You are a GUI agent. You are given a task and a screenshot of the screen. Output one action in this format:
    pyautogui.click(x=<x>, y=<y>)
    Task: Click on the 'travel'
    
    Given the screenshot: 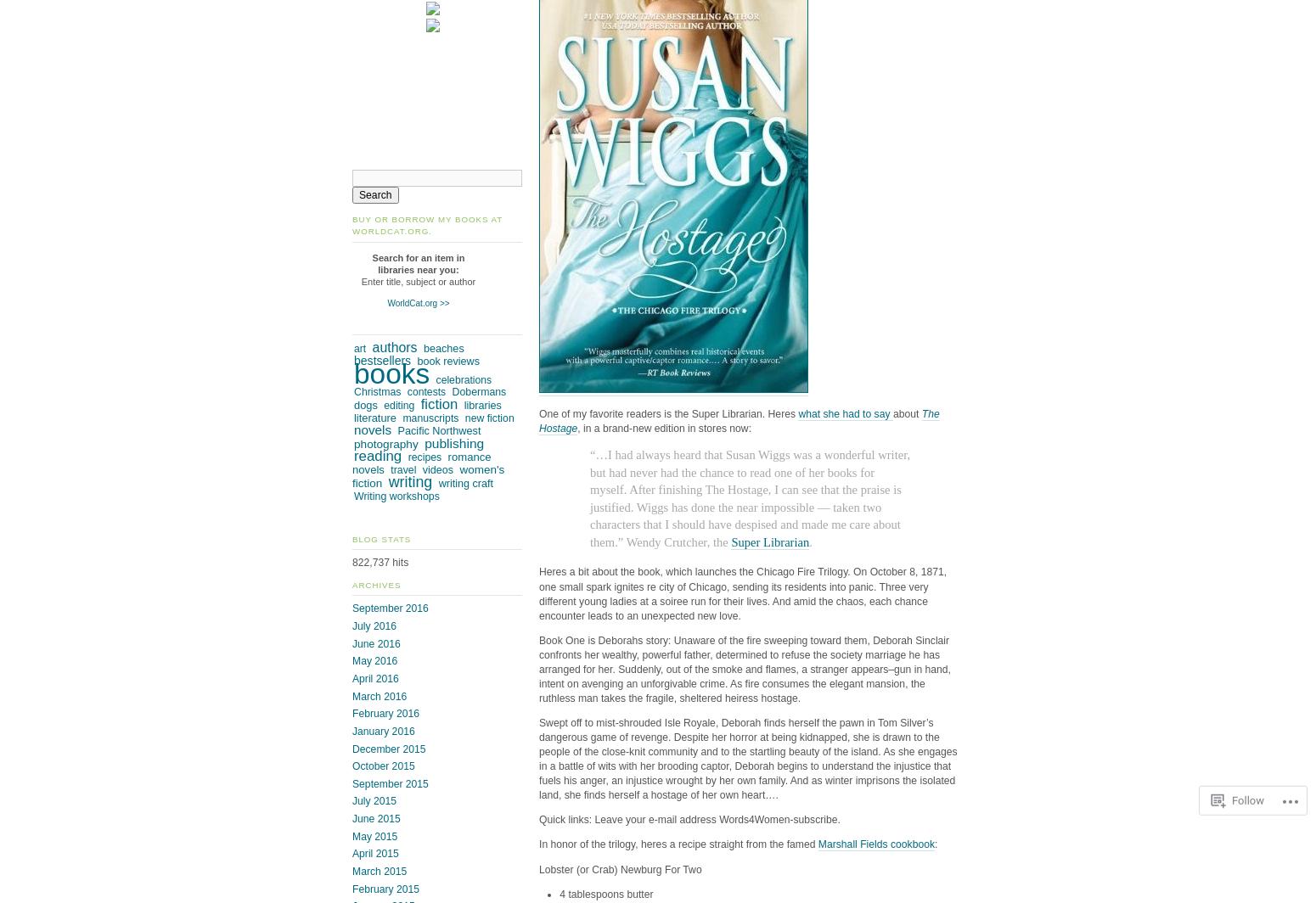 What is the action you would take?
    pyautogui.click(x=402, y=468)
    